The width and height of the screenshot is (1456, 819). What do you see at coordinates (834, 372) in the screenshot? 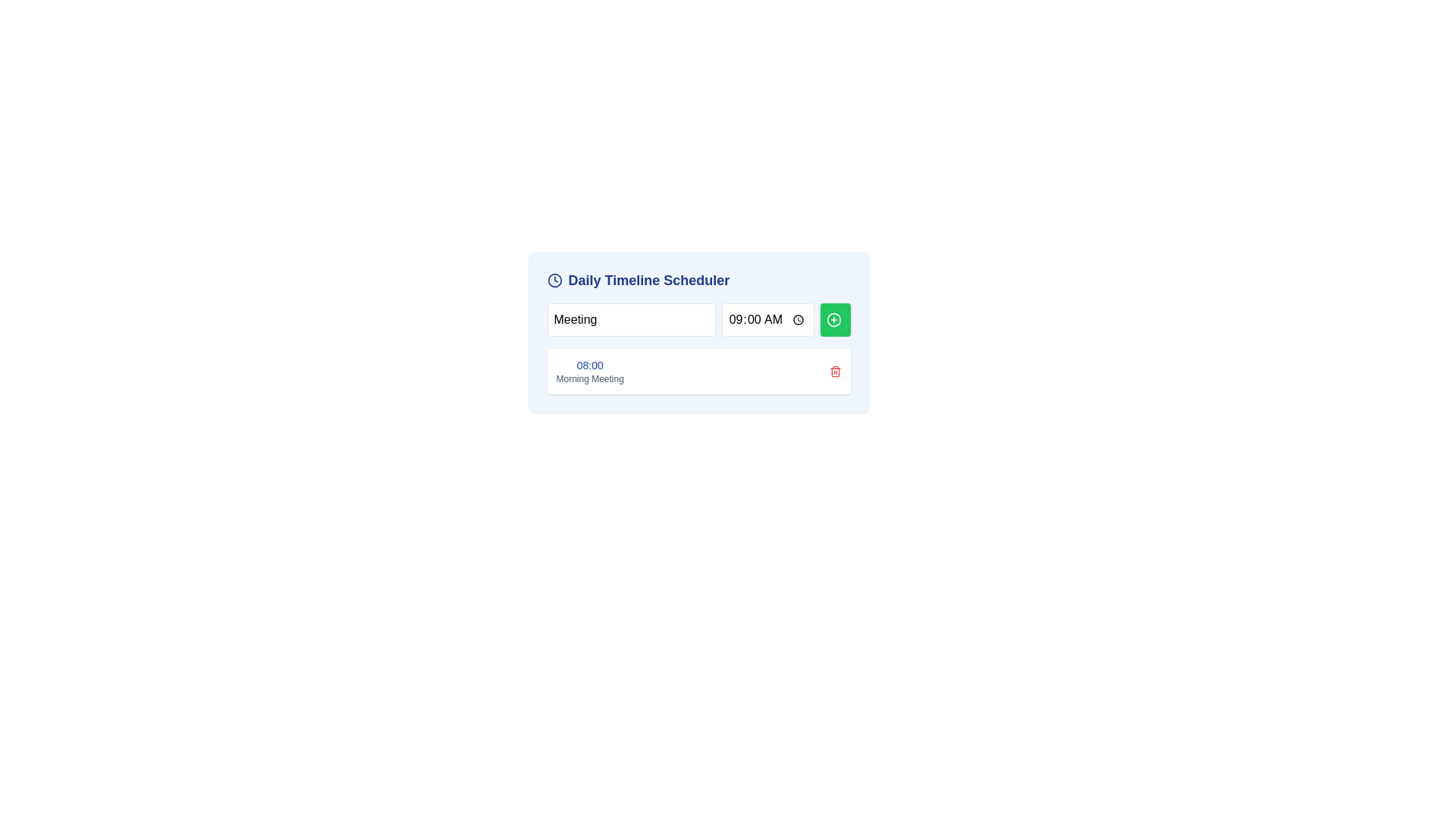
I see `the visual representation of the trash can icon segment, which is a rectangular shape with a thin, rounded outline, located within the lower-right area of the 'Daily Timeline Scheduler' card` at bounding box center [834, 372].